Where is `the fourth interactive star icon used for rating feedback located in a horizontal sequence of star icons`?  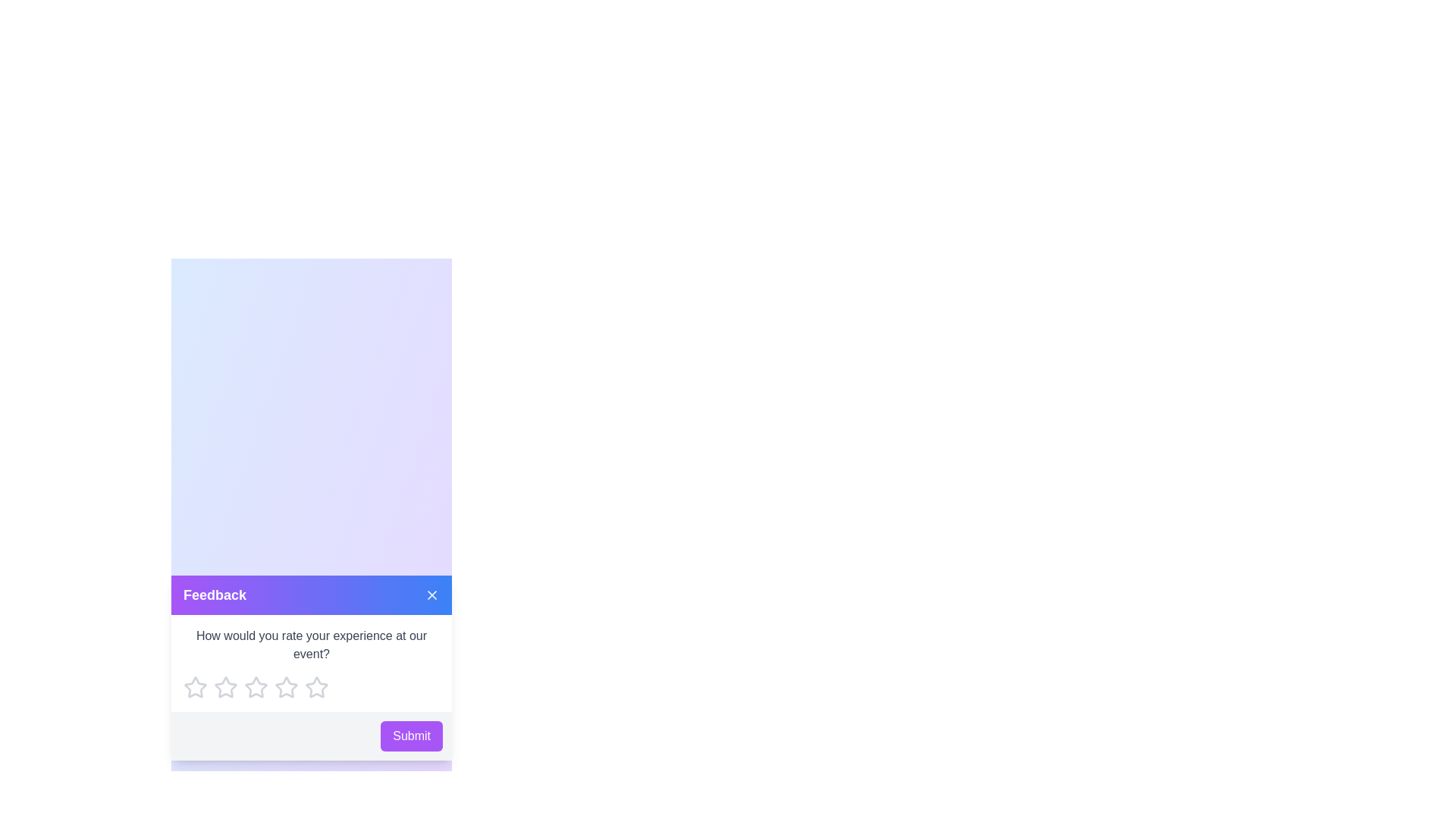 the fourth interactive star icon used for rating feedback located in a horizontal sequence of star icons is located at coordinates (256, 687).